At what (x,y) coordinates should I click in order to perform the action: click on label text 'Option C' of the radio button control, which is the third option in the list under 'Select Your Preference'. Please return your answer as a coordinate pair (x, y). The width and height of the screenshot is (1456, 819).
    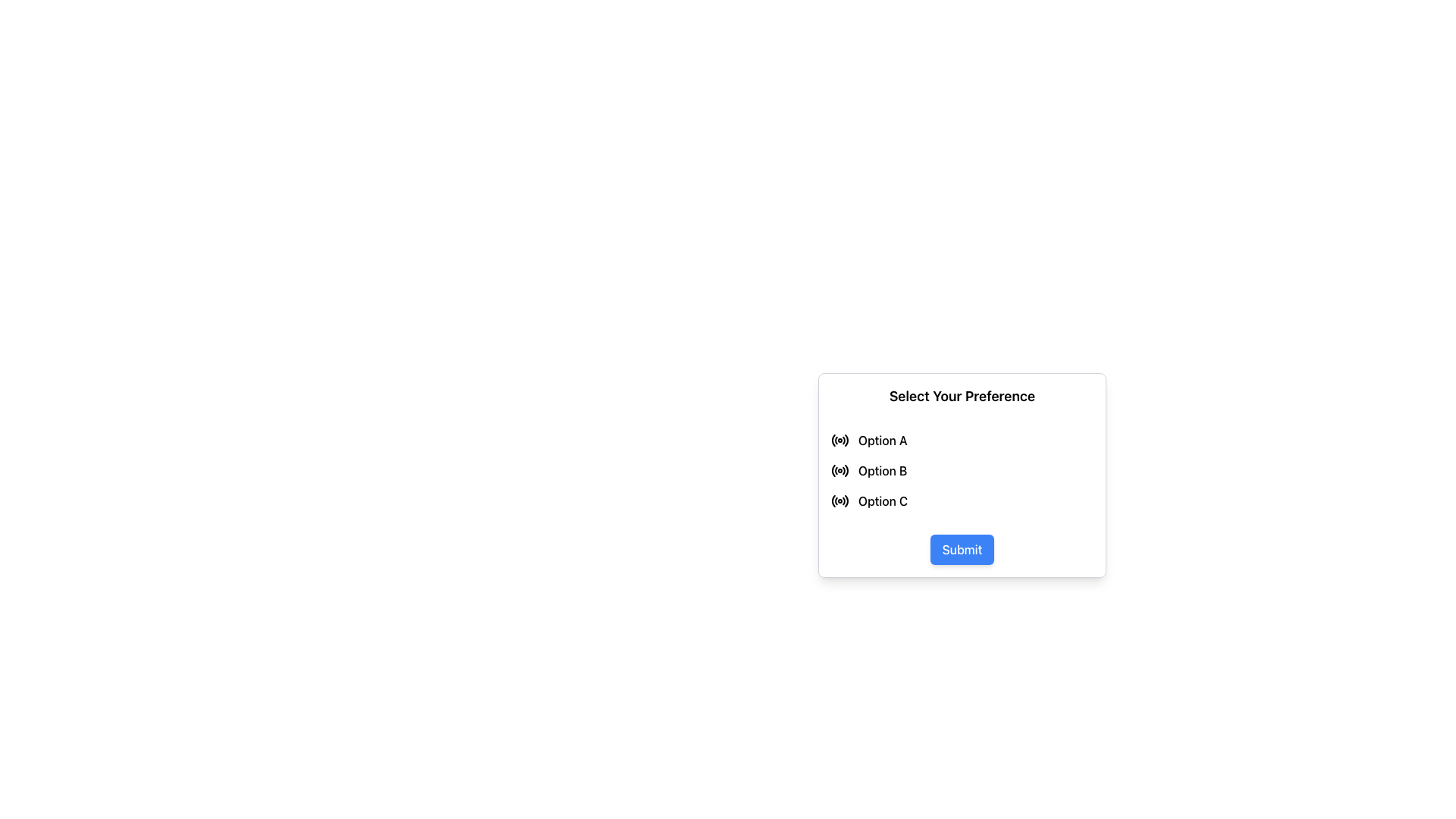
    Looking at the image, I should click on (883, 500).